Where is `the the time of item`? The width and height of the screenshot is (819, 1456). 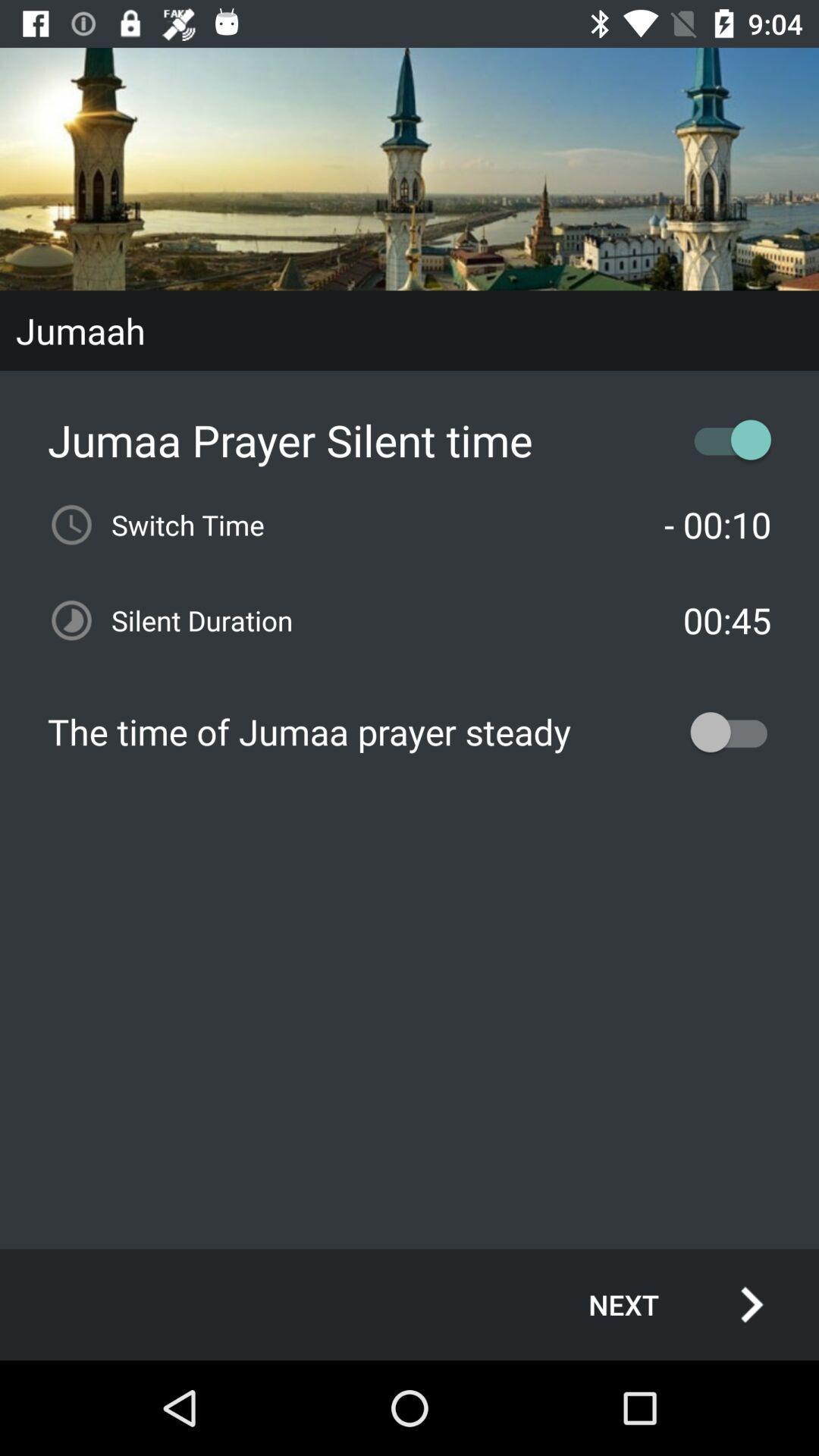
the the time of item is located at coordinates (409, 732).